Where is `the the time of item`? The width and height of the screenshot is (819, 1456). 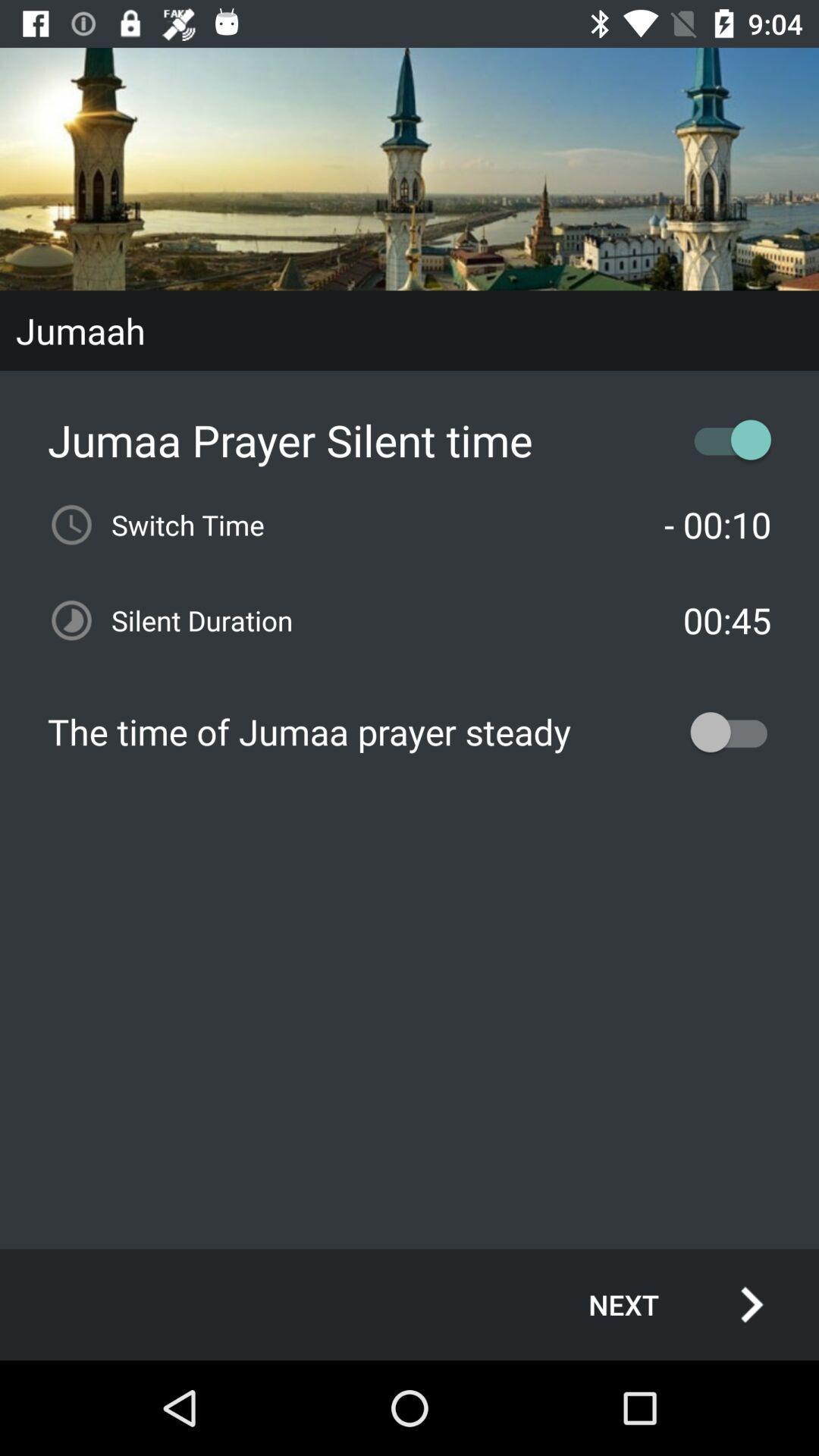
the the time of item is located at coordinates (409, 732).